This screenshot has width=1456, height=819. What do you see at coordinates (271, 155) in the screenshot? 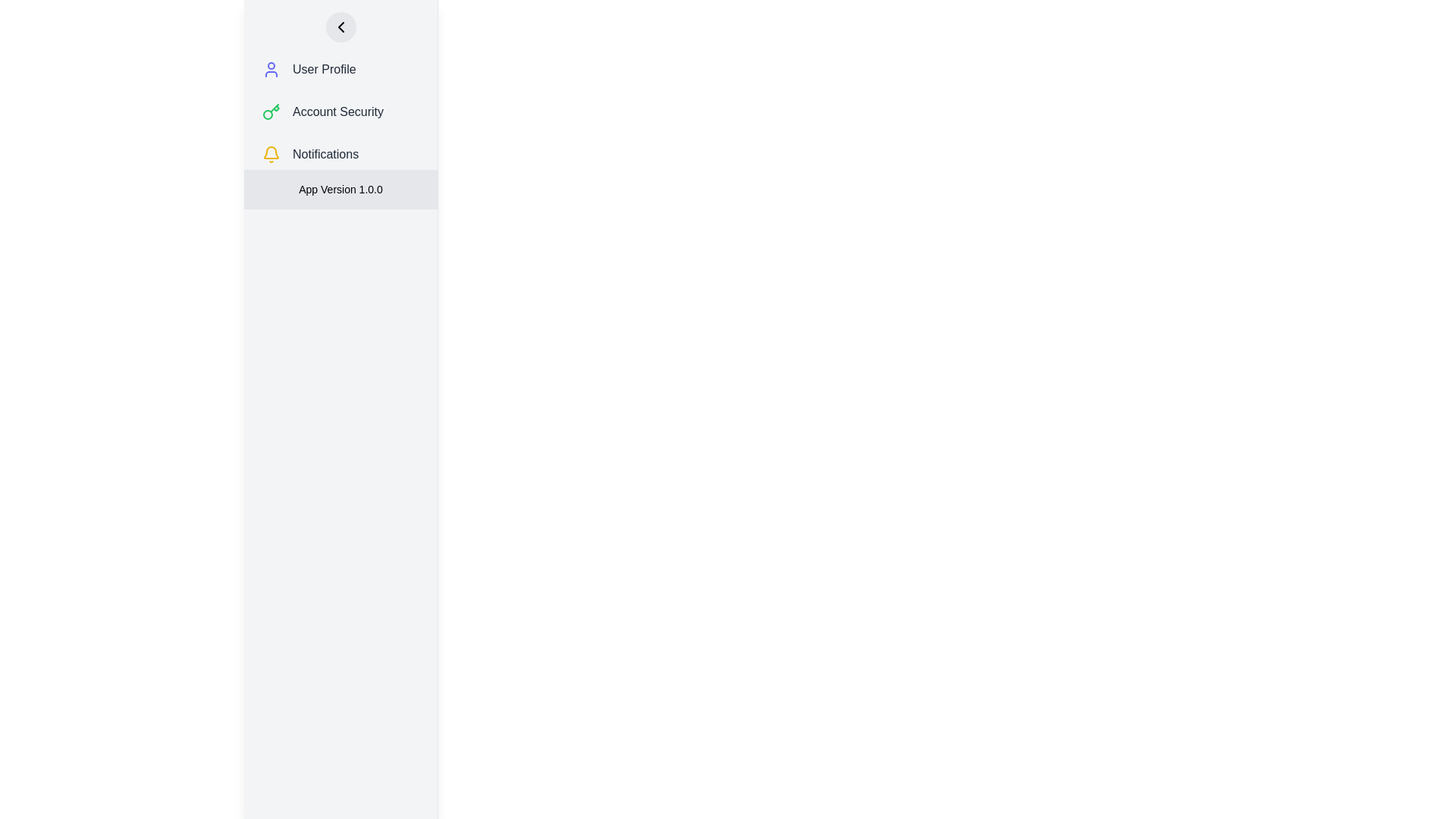
I see `the bell icon with a yellow outline located in the sidebar menu next to the 'Notifications' label` at bounding box center [271, 155].